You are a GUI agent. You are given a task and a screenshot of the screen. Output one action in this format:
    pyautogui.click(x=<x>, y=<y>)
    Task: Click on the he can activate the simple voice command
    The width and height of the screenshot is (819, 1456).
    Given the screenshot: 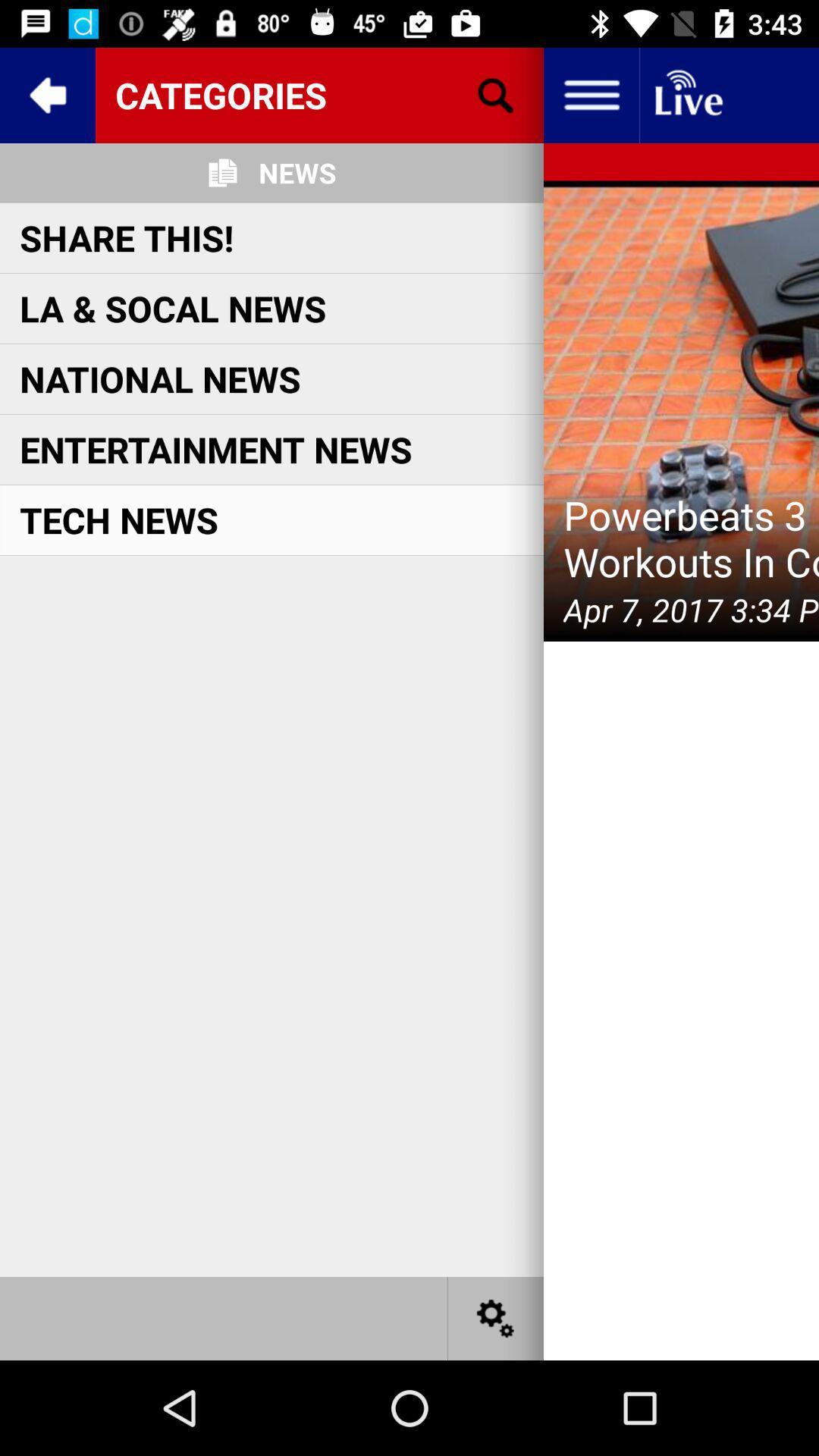 What is the action you would take?
    pyautogui.click(x=496, y=1317)
    